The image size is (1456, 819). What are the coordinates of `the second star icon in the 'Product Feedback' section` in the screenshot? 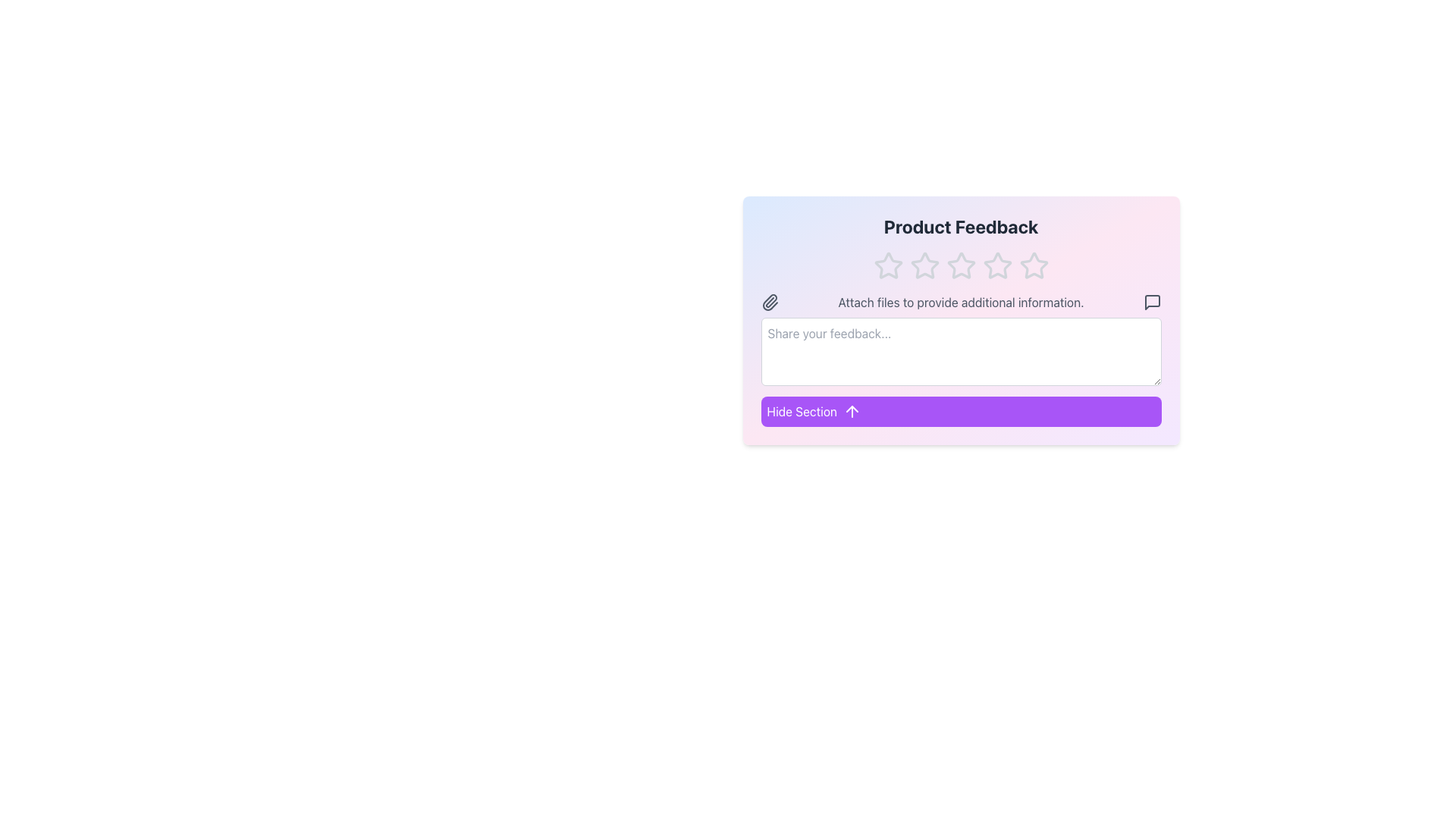 It's located at (960, 265).